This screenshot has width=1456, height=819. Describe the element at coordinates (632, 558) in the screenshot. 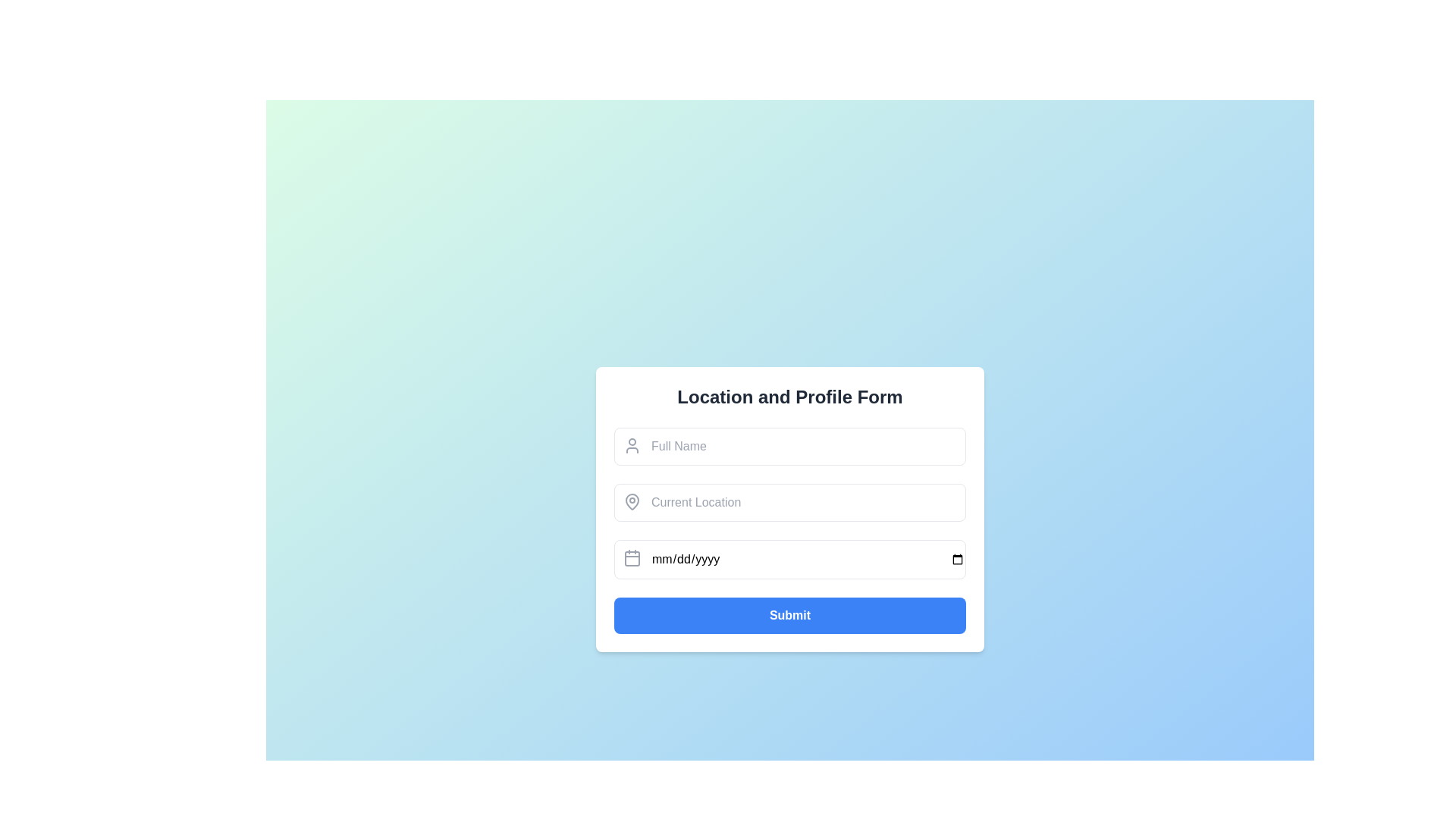

I see `the calendar icon styled with a gray hue, which is positioned to the left of the date input field labeled 'mm/dd/yyyy'` at that location.